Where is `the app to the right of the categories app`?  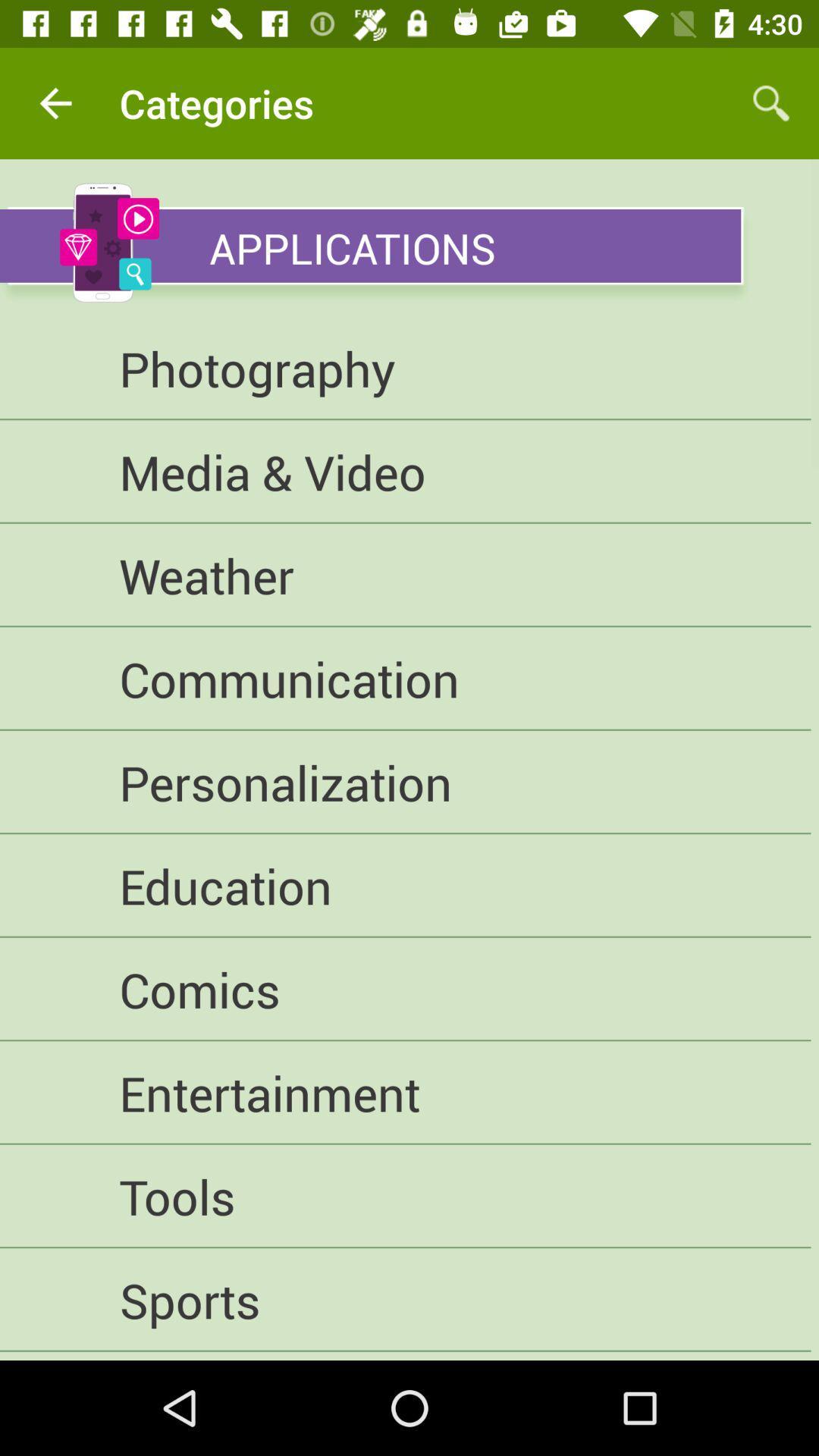
the app to the right of the categories app is located at coordinates (771, 102).